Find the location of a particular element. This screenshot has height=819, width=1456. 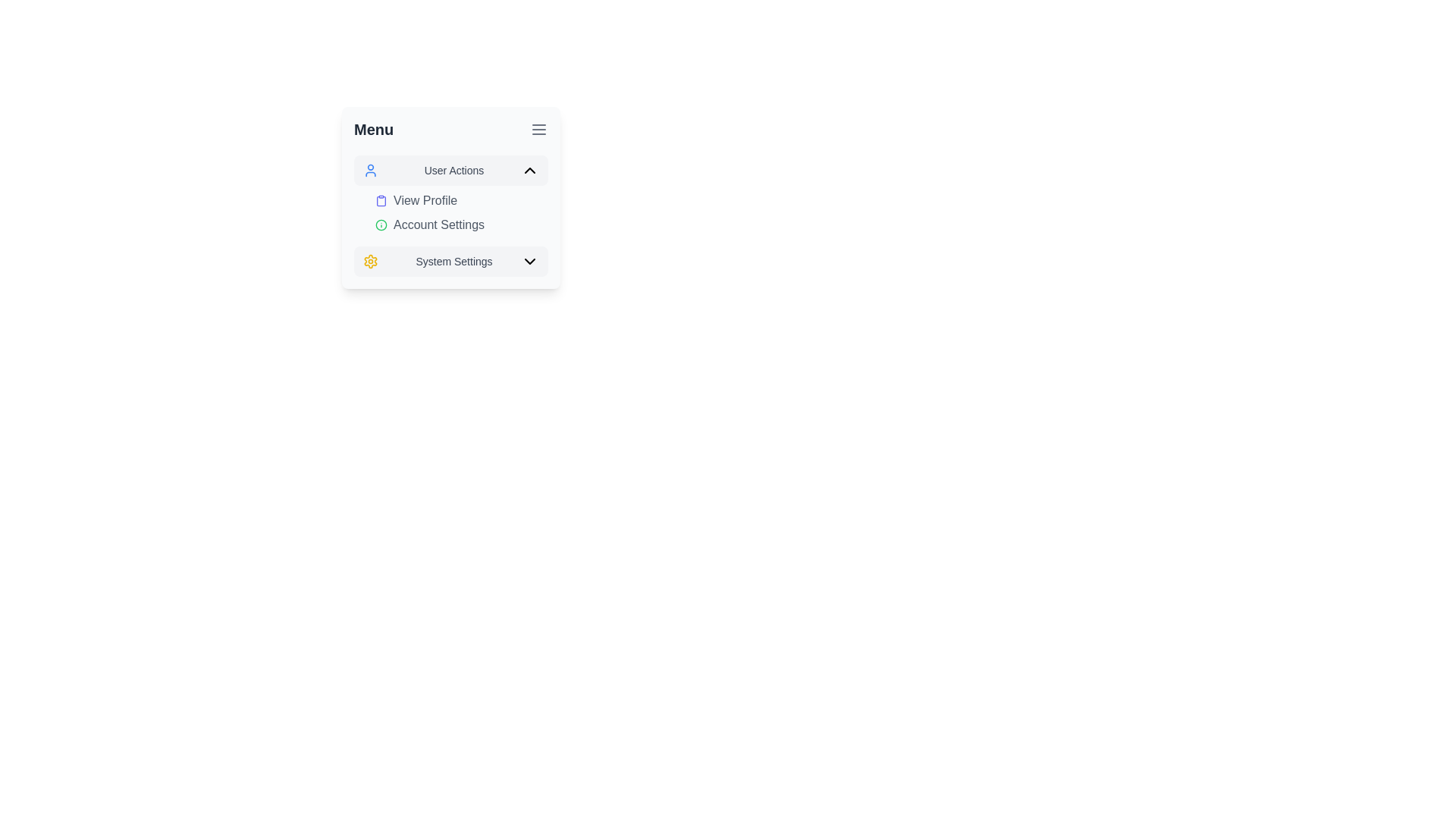

the yellow cogwheel icon associated with 'System Settings' in the menu is located at coordinates (371, 260).